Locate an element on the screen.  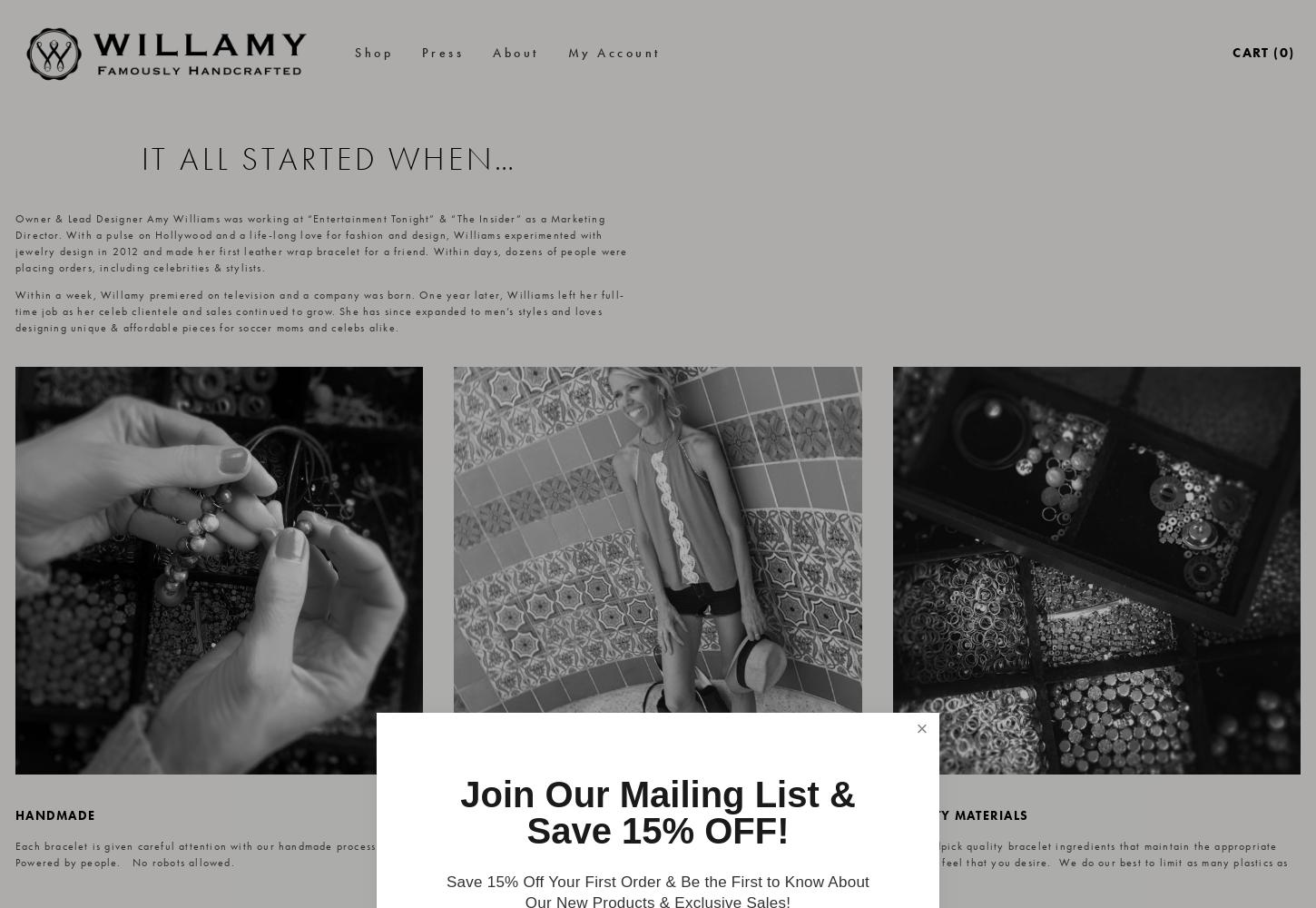
'Cart' is located at coordinates (1249, 52).